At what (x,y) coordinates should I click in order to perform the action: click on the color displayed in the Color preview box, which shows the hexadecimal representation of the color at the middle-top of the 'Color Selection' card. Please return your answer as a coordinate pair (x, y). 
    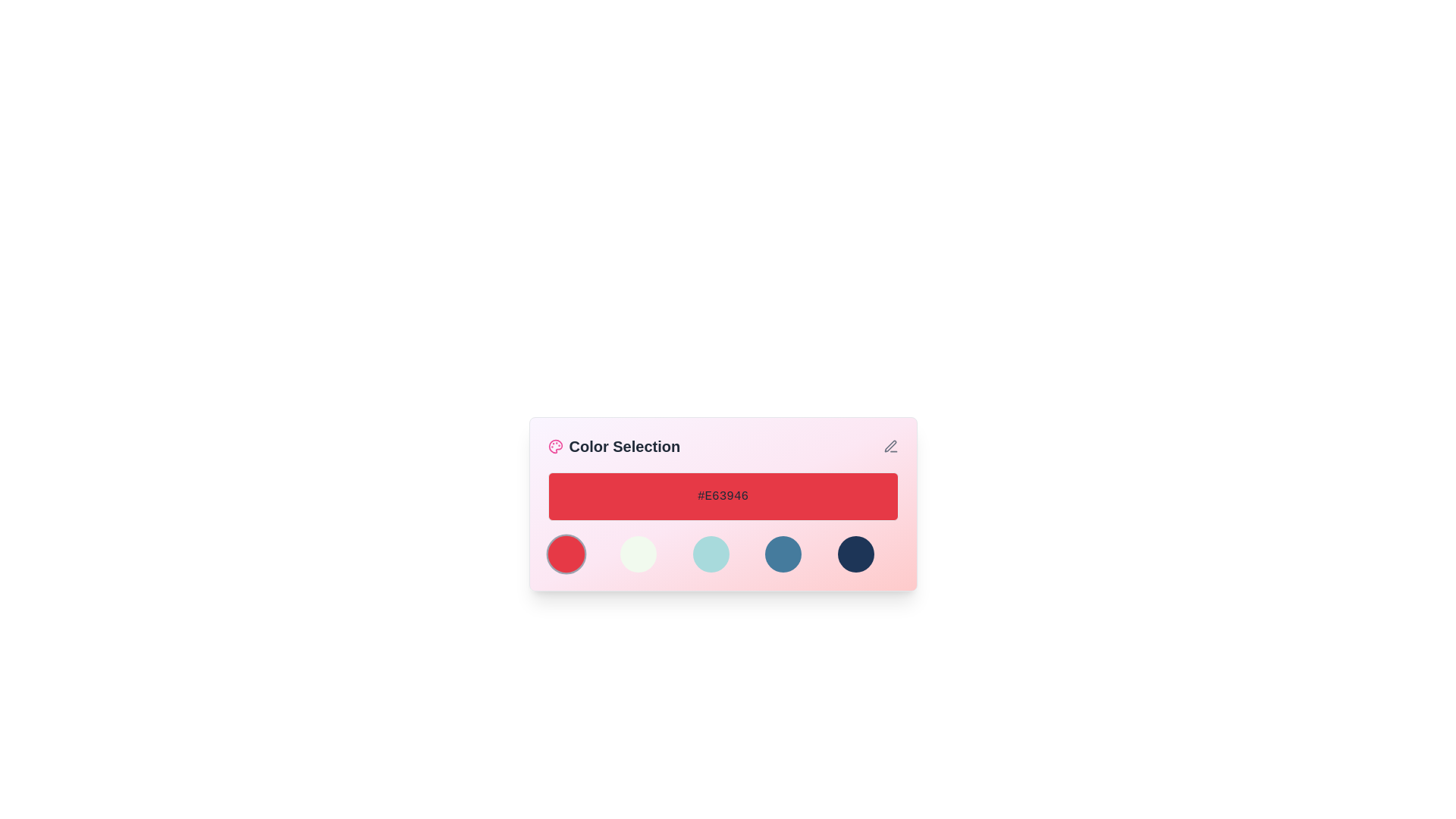
    Looking at the image, I should click on (722, 497).